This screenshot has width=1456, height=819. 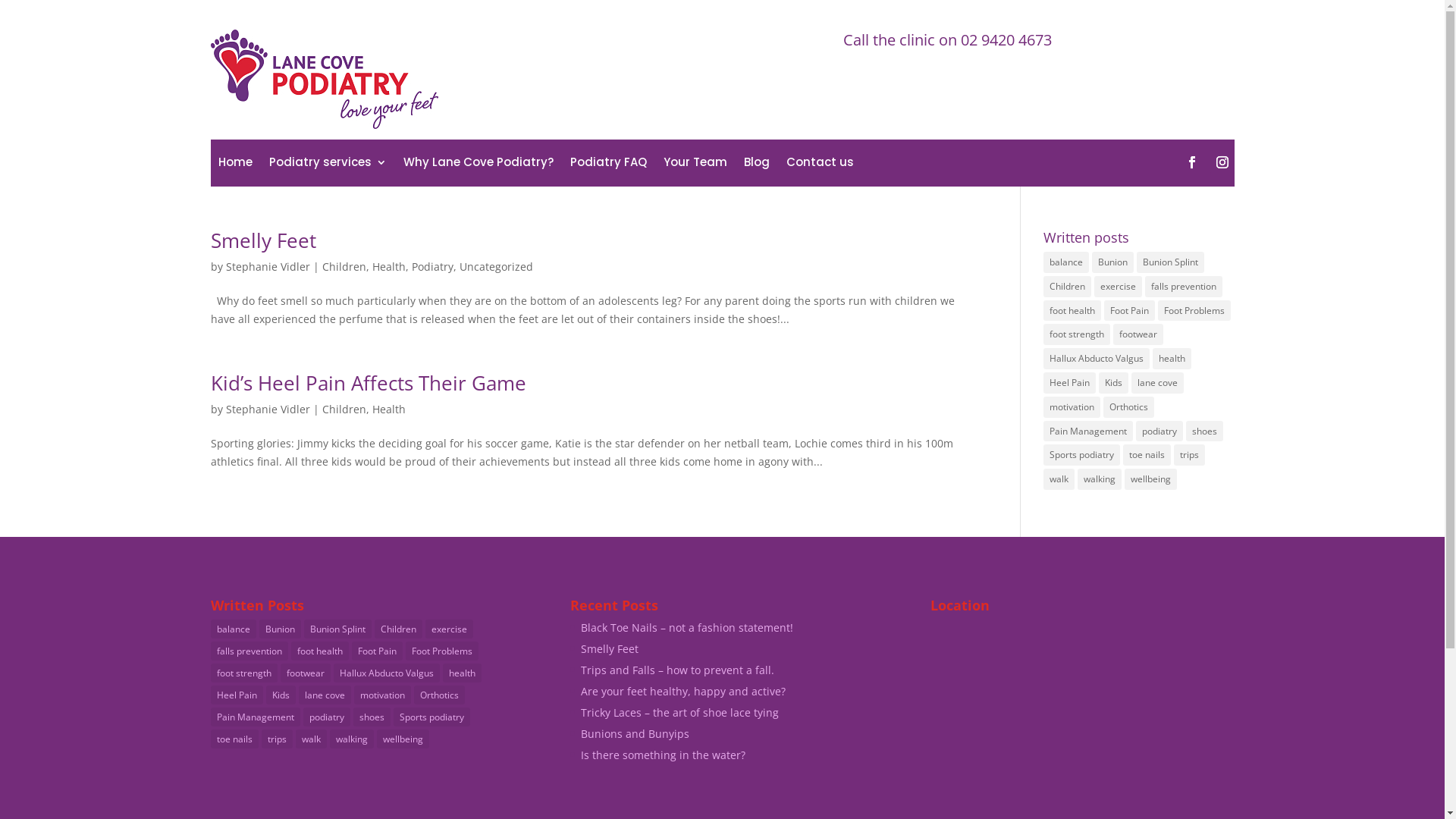 I want to click on 'Blog', so click(x=742, y=165).